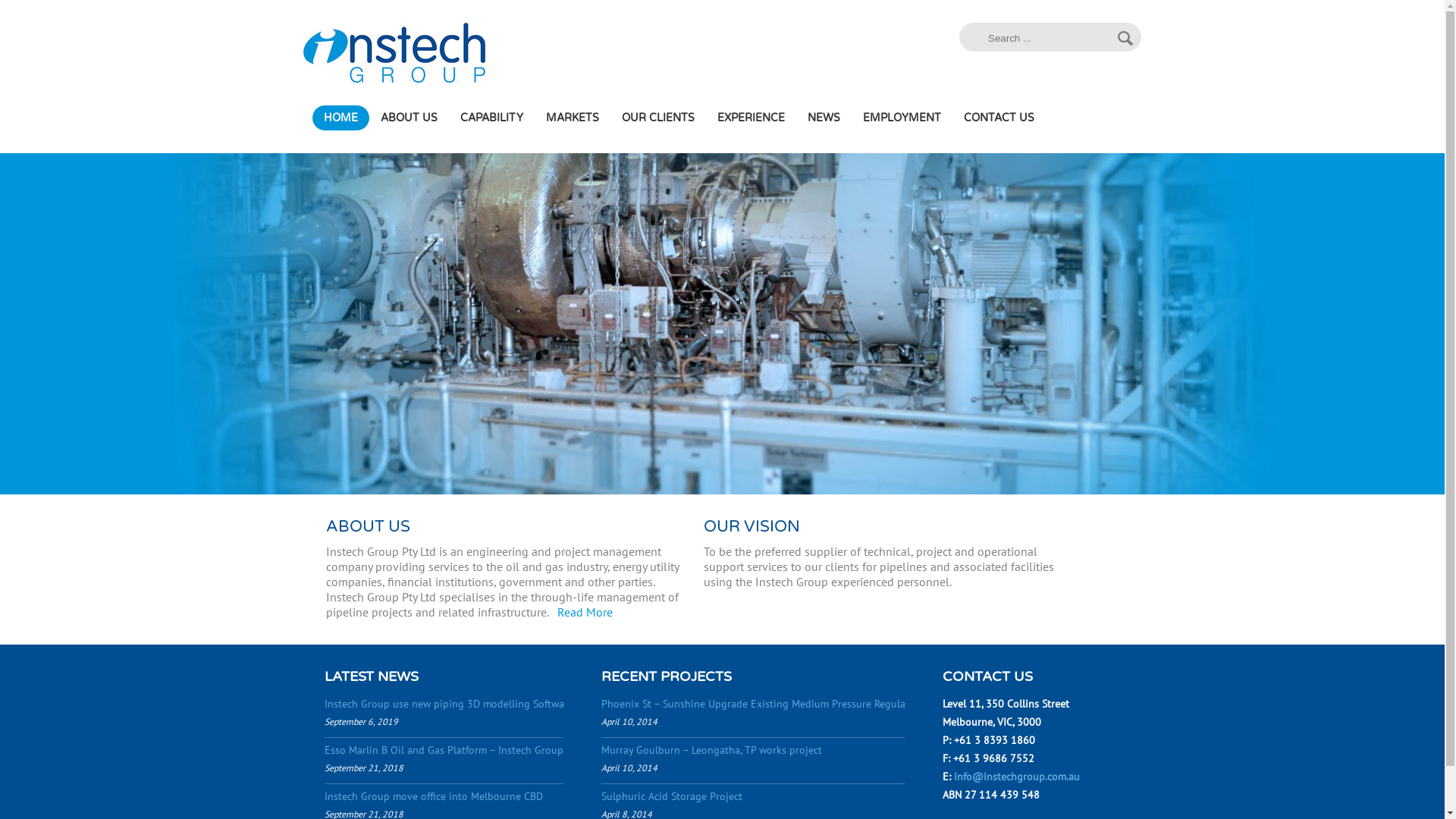 The width and height of the screenshot is (1456, 819). I want to click on 'EMPLOYMENT', so click(902, 117).